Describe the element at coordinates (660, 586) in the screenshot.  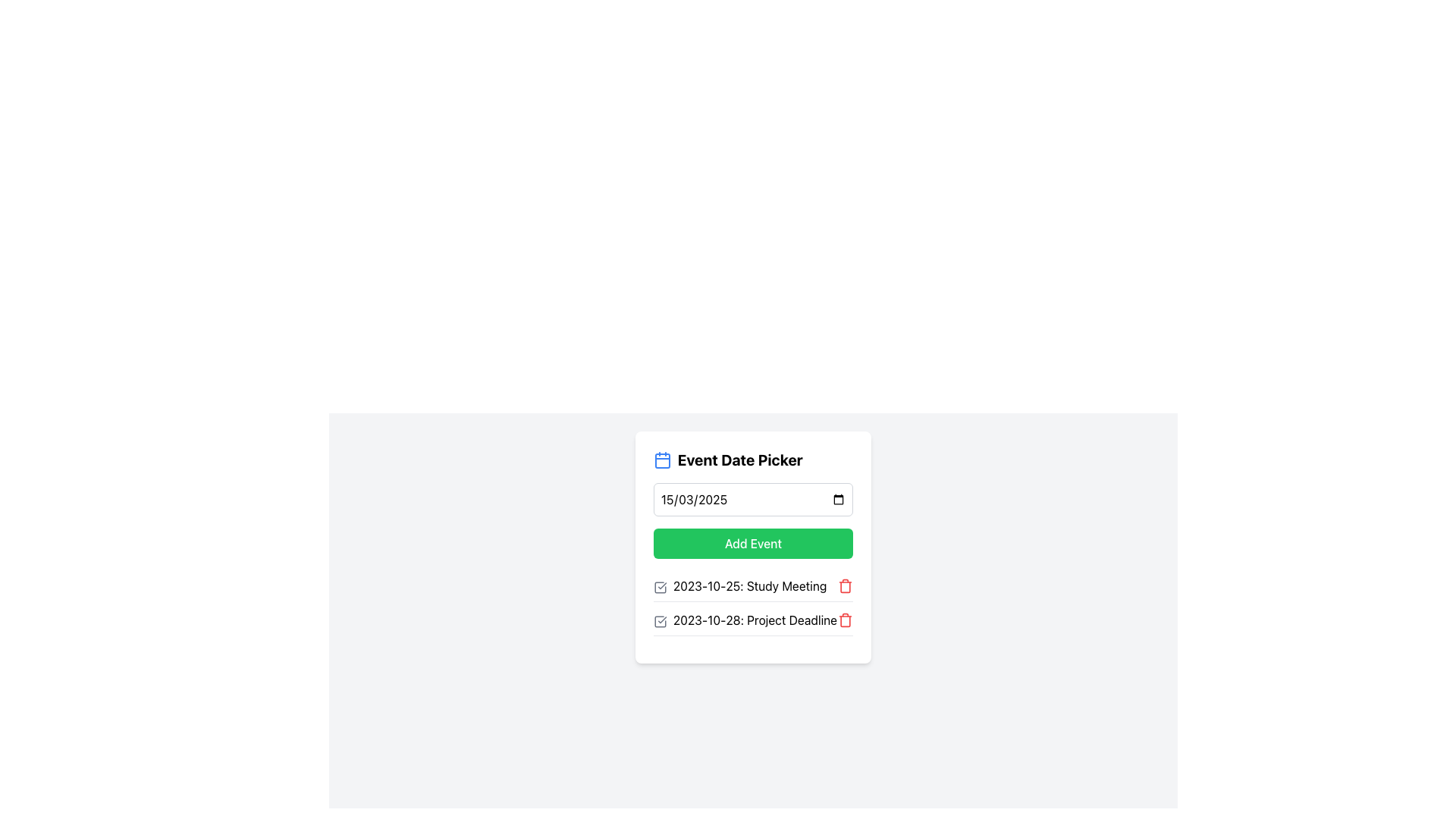
I see `from the checkbox, which is rendered as an SVG graphic` at that location.